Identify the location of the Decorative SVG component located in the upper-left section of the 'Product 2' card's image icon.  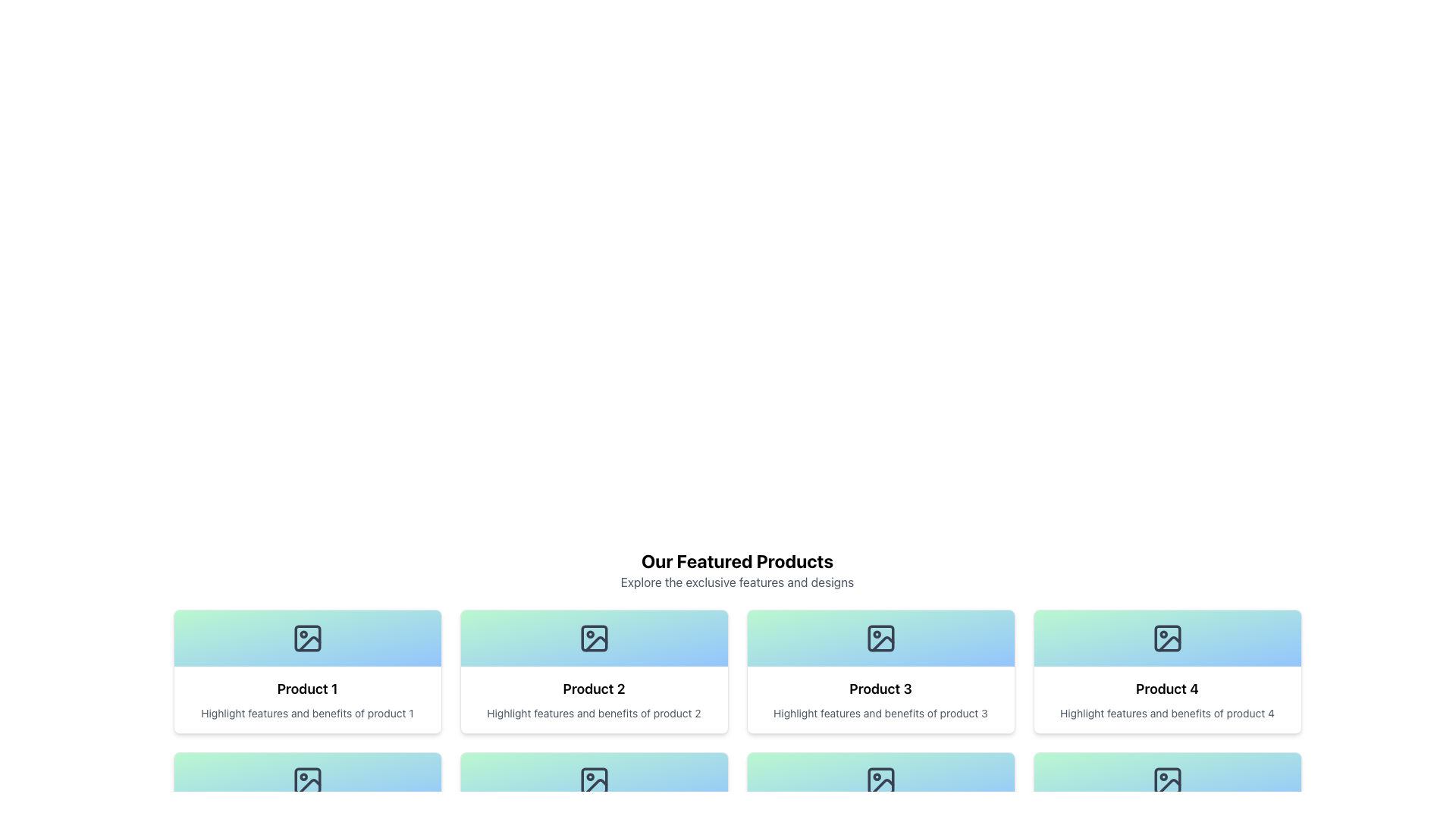
(593, 638).